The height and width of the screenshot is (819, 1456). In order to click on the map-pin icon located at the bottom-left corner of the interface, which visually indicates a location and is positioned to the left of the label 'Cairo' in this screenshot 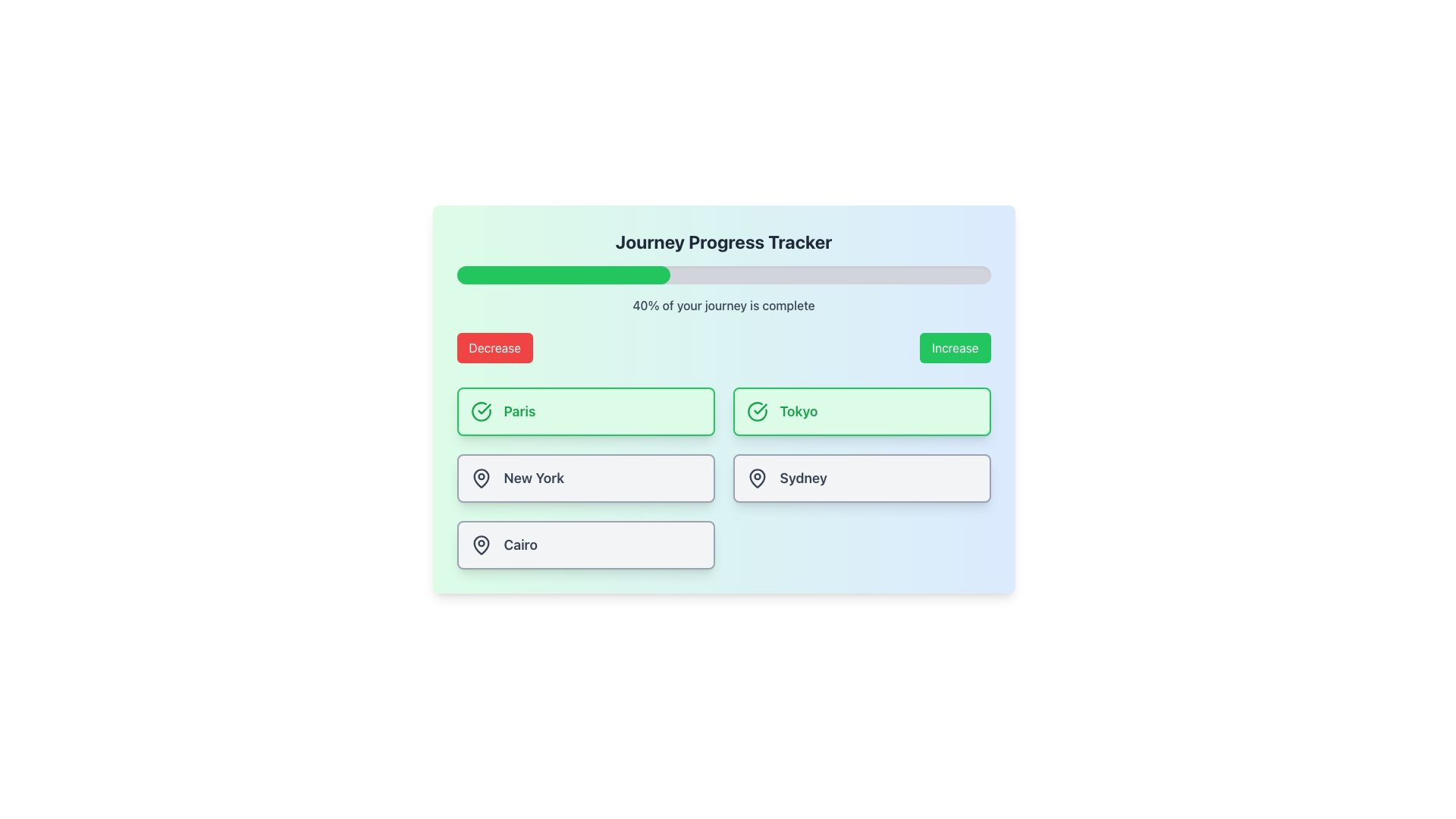, I will do `click(480, 544)`.